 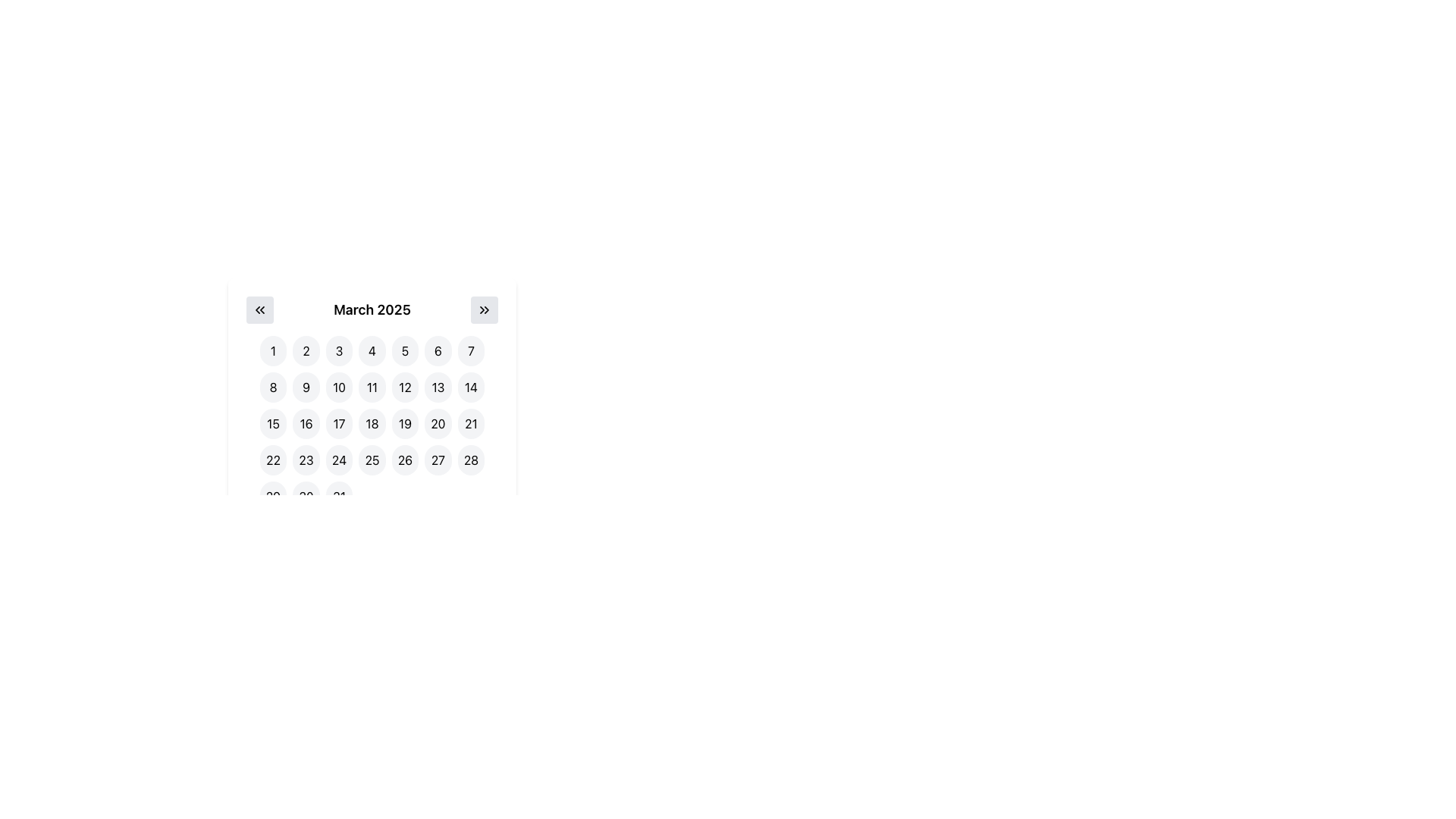 I want to click on the circular button with a double-left chevron icon located at the top-left corner of the calendar titled 'March 2025', so click(x=259, y=309).